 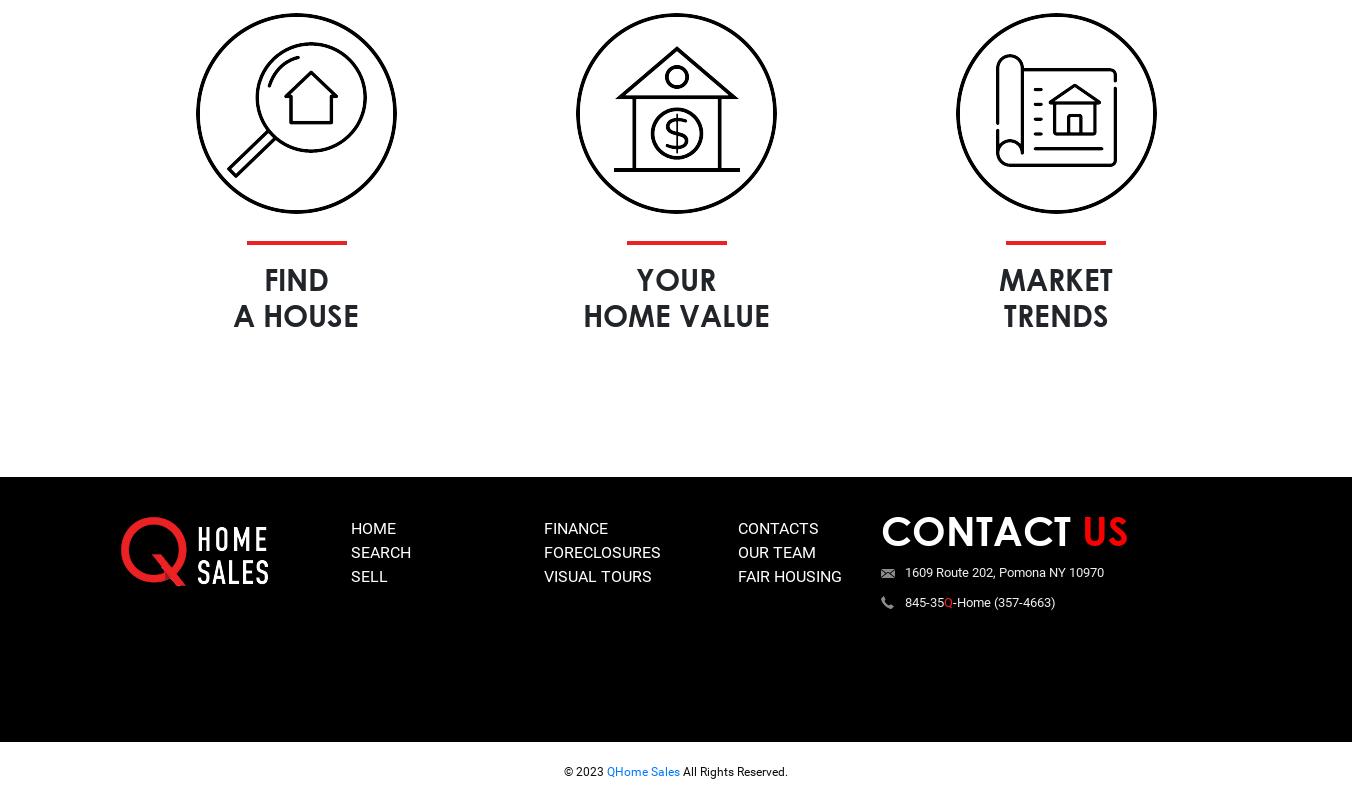 What do you see at coordinates (879, 529) in the screenshot?
I see `'Contact'` at bounding box center [879, 529].